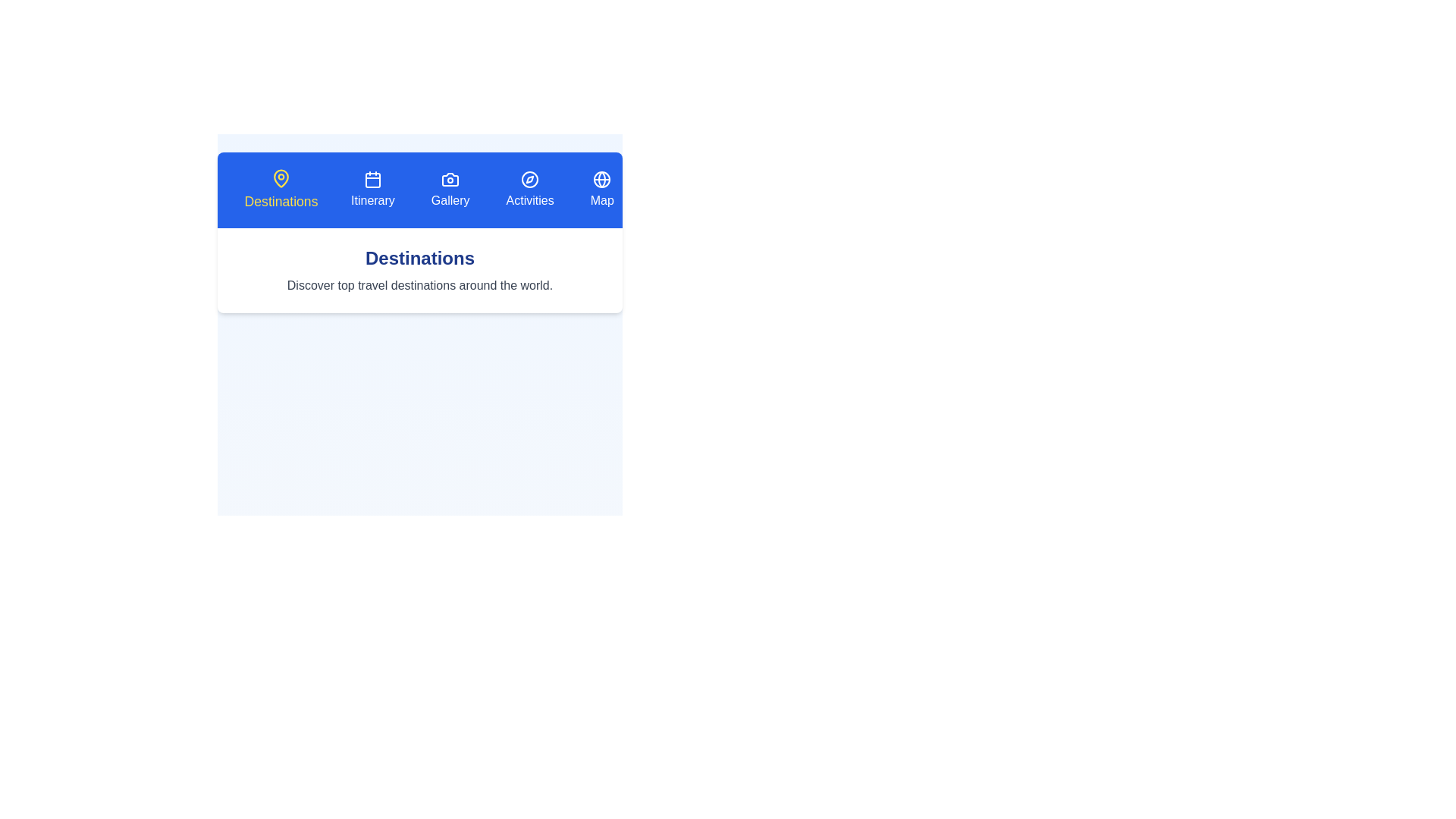 Image resolution: width=1456 pixels, height=819 pixels. I want to click on the calendar icon button labeled 'Itinerary', so click(372, 189).